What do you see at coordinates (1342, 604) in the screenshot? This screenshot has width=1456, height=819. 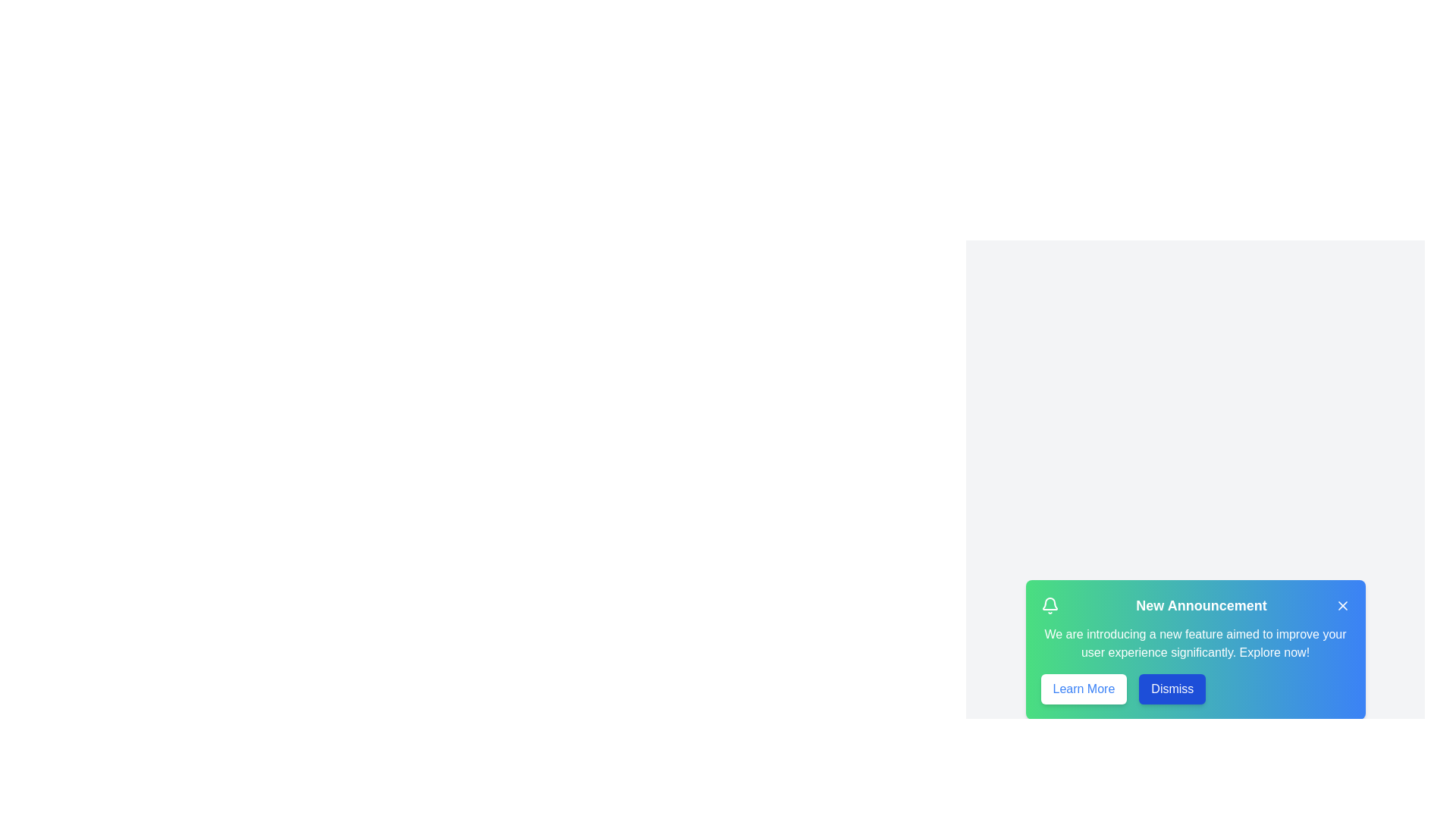 I see `the white '×' icon button located at the top-right corner of the green-to-blue gradient announcement box titled 'New Announcement'` at bounding box center [1342, 604].